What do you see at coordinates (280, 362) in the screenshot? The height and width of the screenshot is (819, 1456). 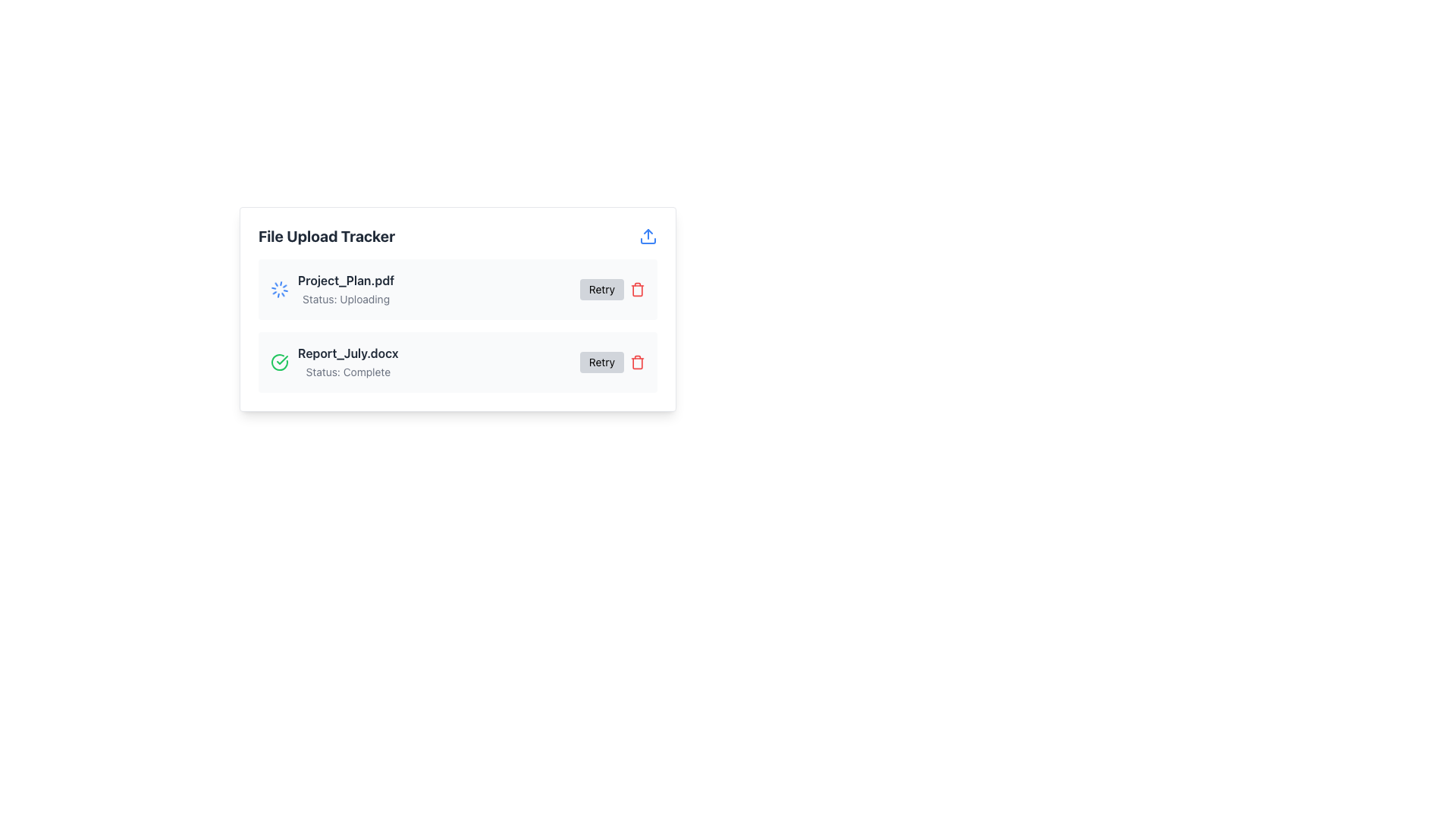 I see `the circular check mark icon with a green stroke, indicating a completed status, located to the left of the text 'Report_July.docx Status: Complete' in the second row of uploaded files` at bounding box center [280, 362].